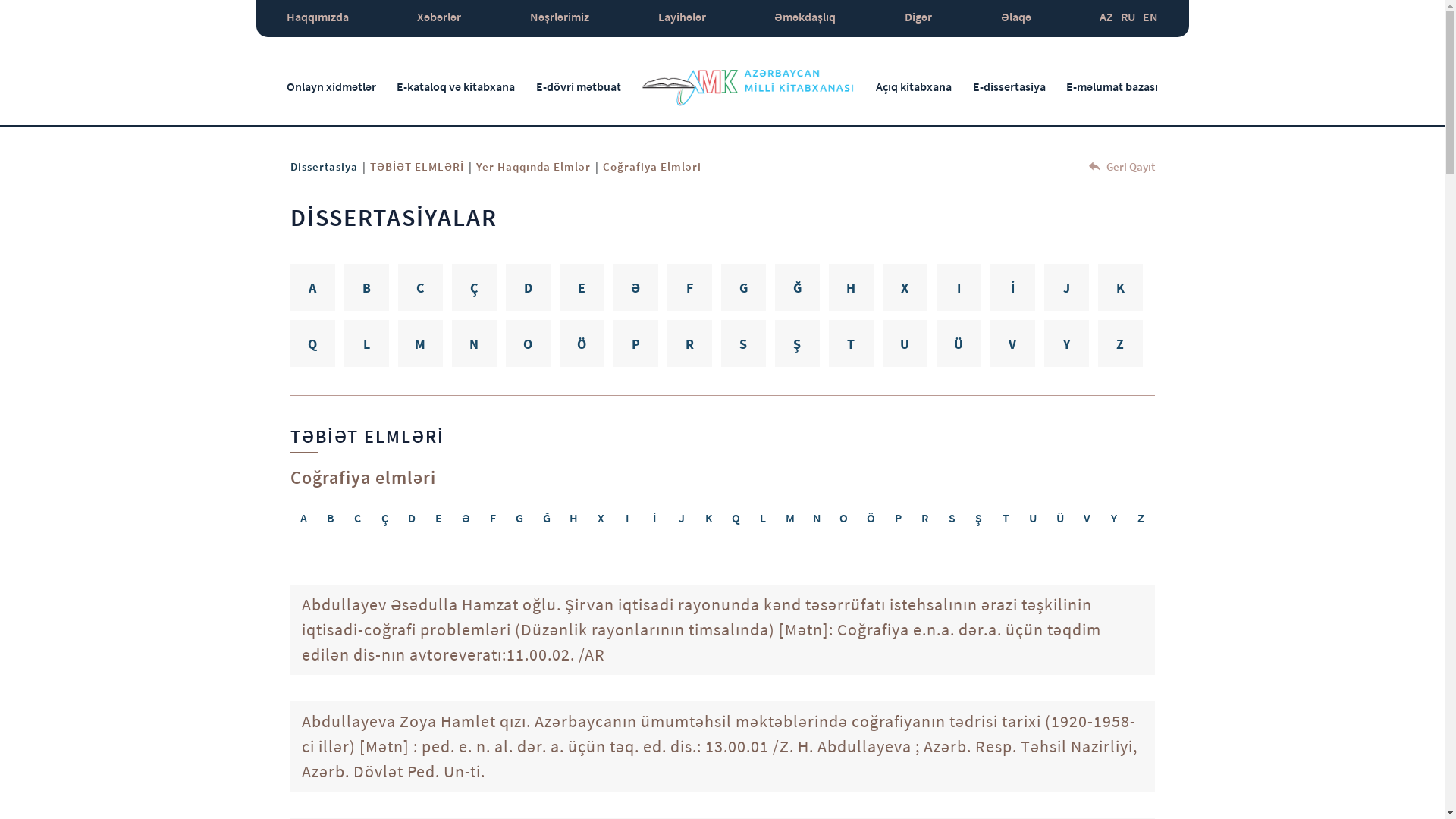 The width and height of the screenshot is (1456, 819). What do you see at coordinates (1087, 516) in the screenshot?
I see `'V'` at bounding box center [1087, 516].